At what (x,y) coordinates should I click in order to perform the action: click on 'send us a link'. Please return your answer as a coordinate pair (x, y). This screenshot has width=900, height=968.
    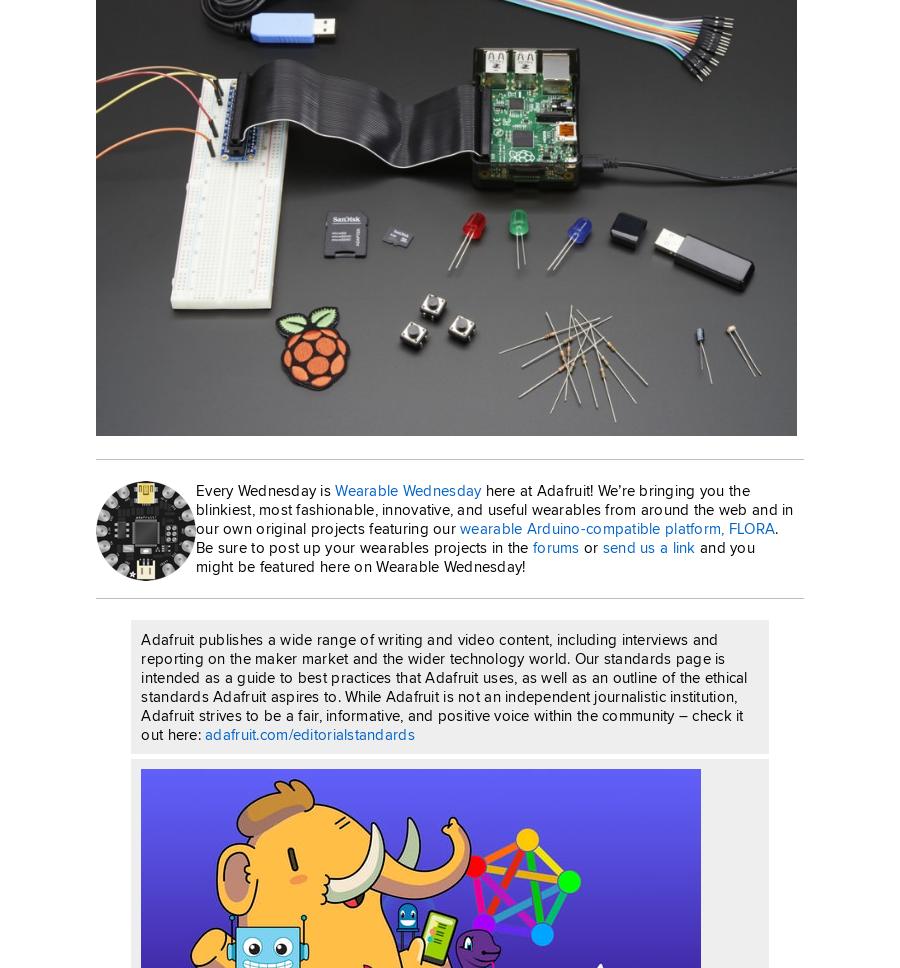
    Looking at the image, I should click on (648, 545).